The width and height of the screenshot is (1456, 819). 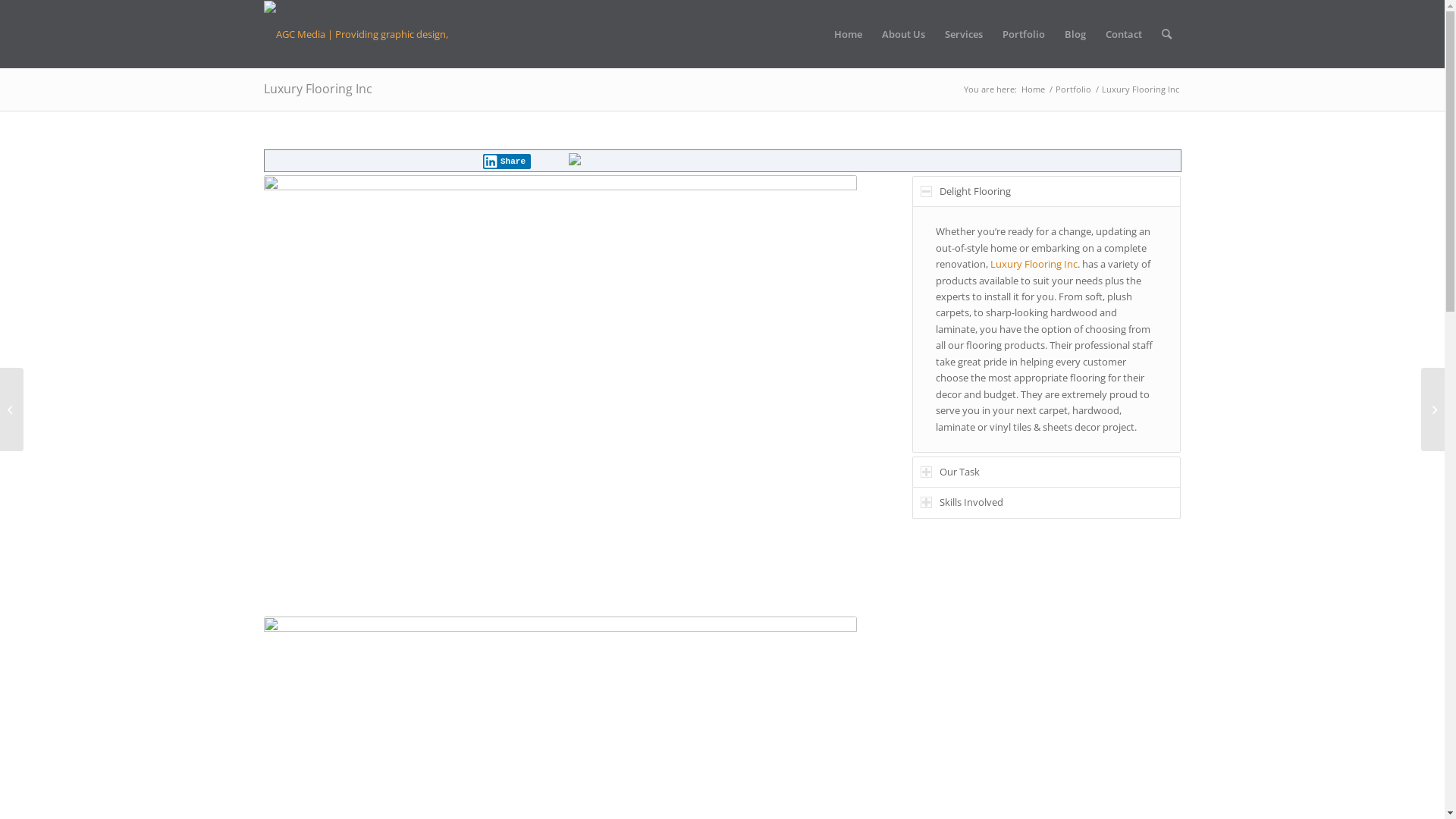 I want to click on 'About Us', so click(x=903, y=34).